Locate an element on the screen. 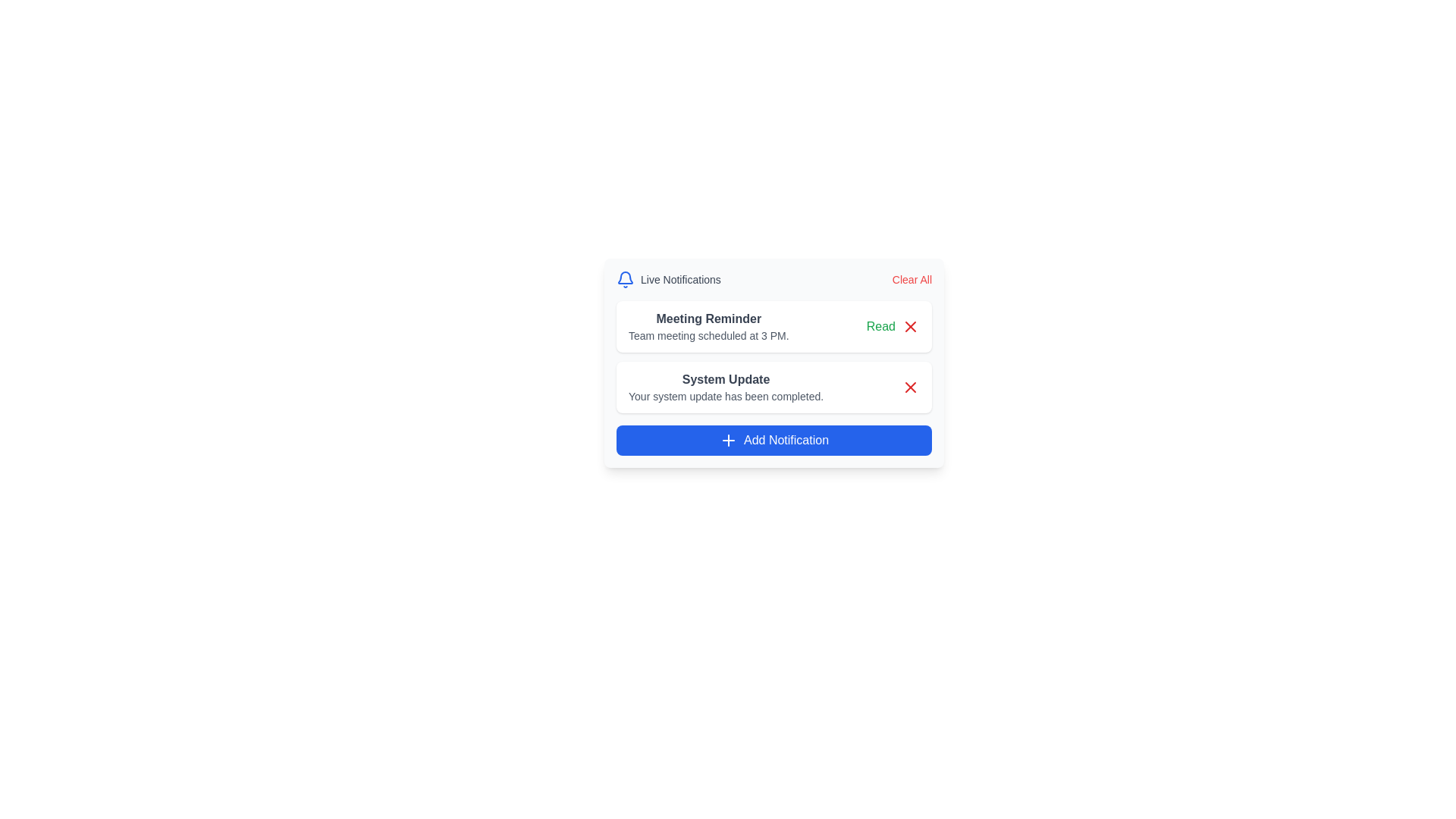  the text block that serves as a notification title and description for the recent system update, located in the middle section of the notification card titled 'System Update', positioned between 'Meeting Reminder' and the action button '+ Add Notification' is located at coordinates (725, 386).